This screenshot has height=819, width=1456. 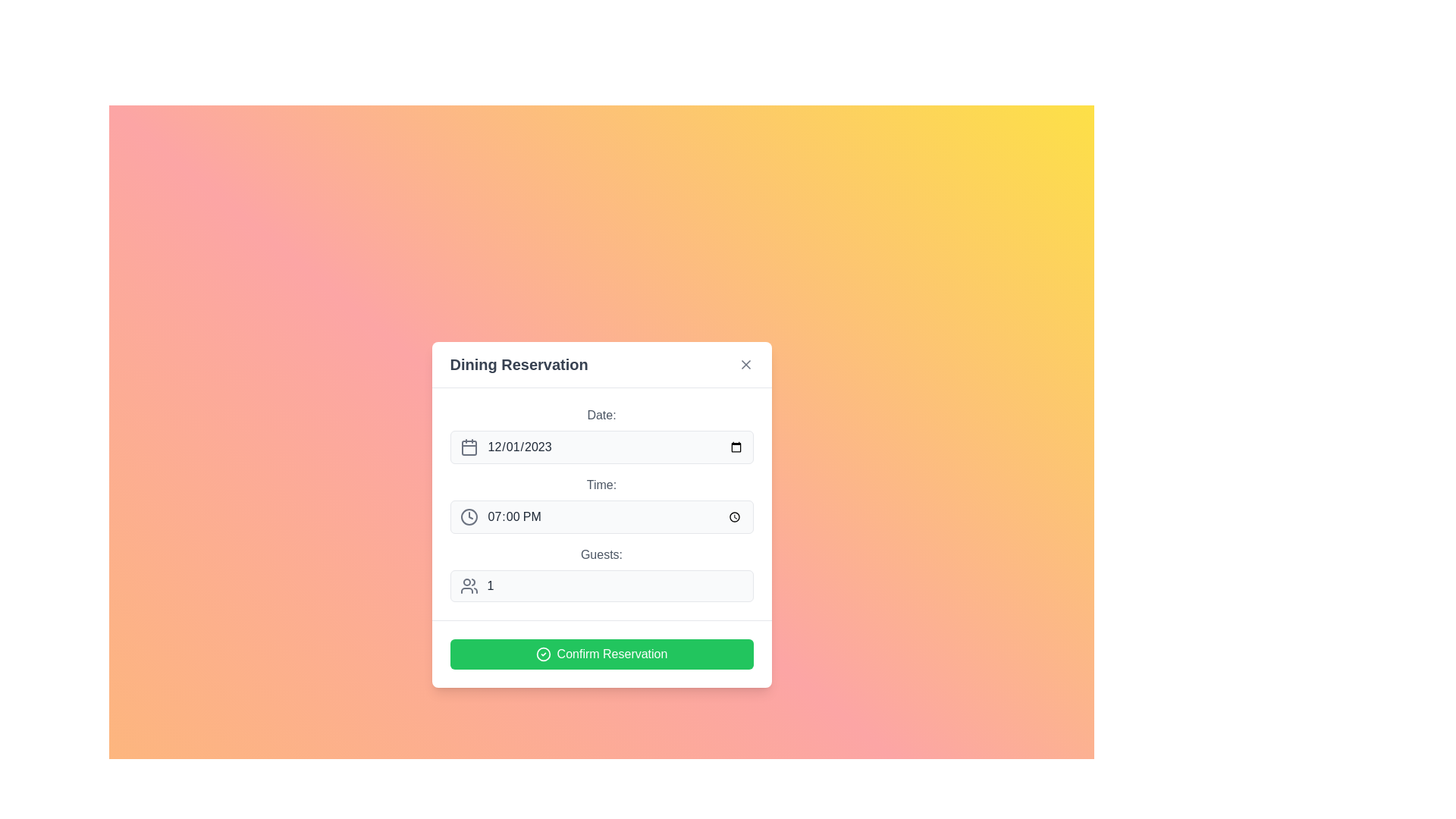 I want to click on the 'Time' field of the reservation form to set the time, so click(x=601, y=513).